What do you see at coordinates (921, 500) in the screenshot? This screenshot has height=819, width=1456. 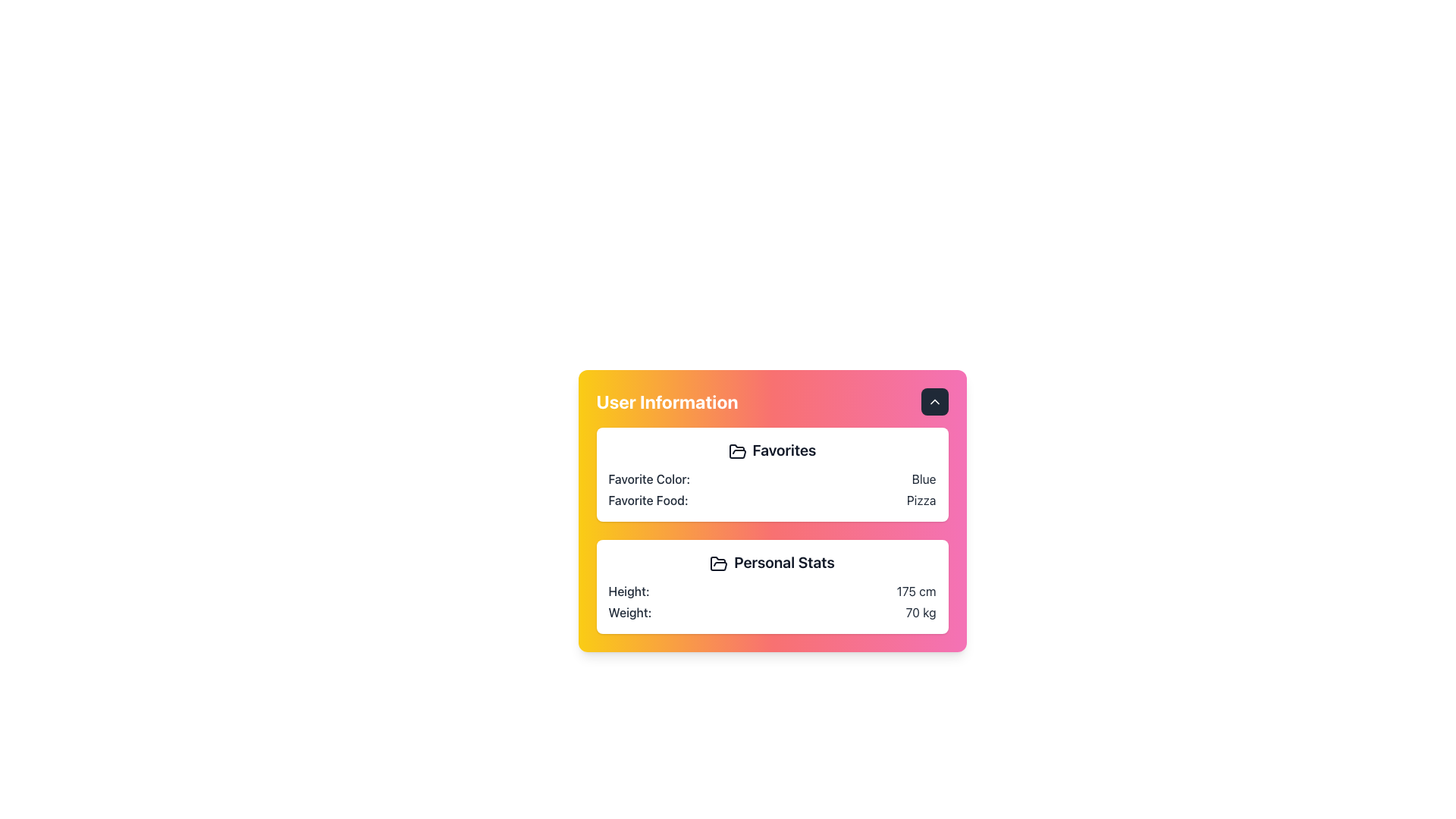 I see `the static text label displaying 'Pizza', which is aligned to the right of 'Favorite Food:' in the user details section` at bounding box center [921, 500].